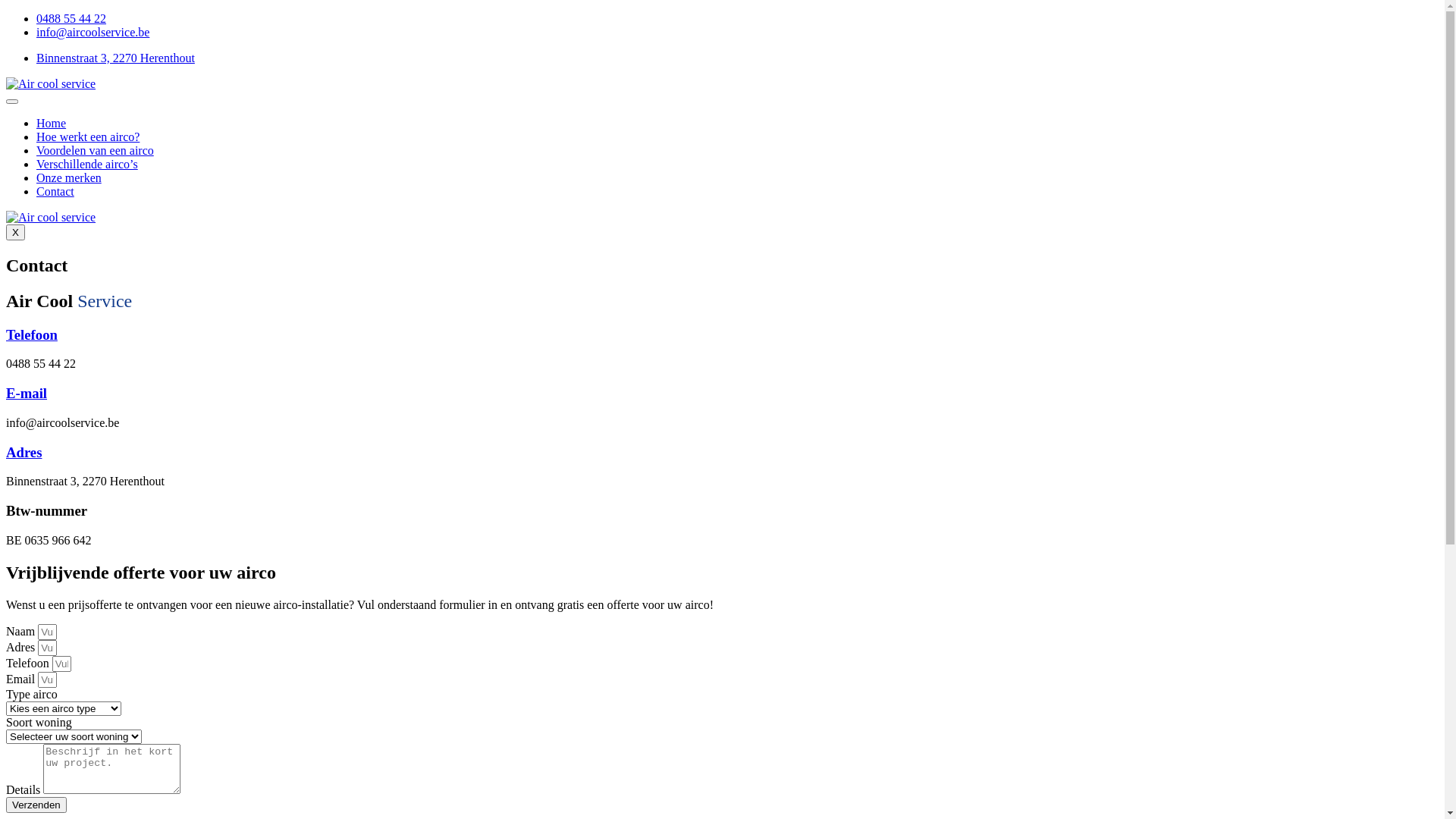 The width and height of the screenshot is (1456, 819). I want to click on 'E-mail', so click(26, 392).